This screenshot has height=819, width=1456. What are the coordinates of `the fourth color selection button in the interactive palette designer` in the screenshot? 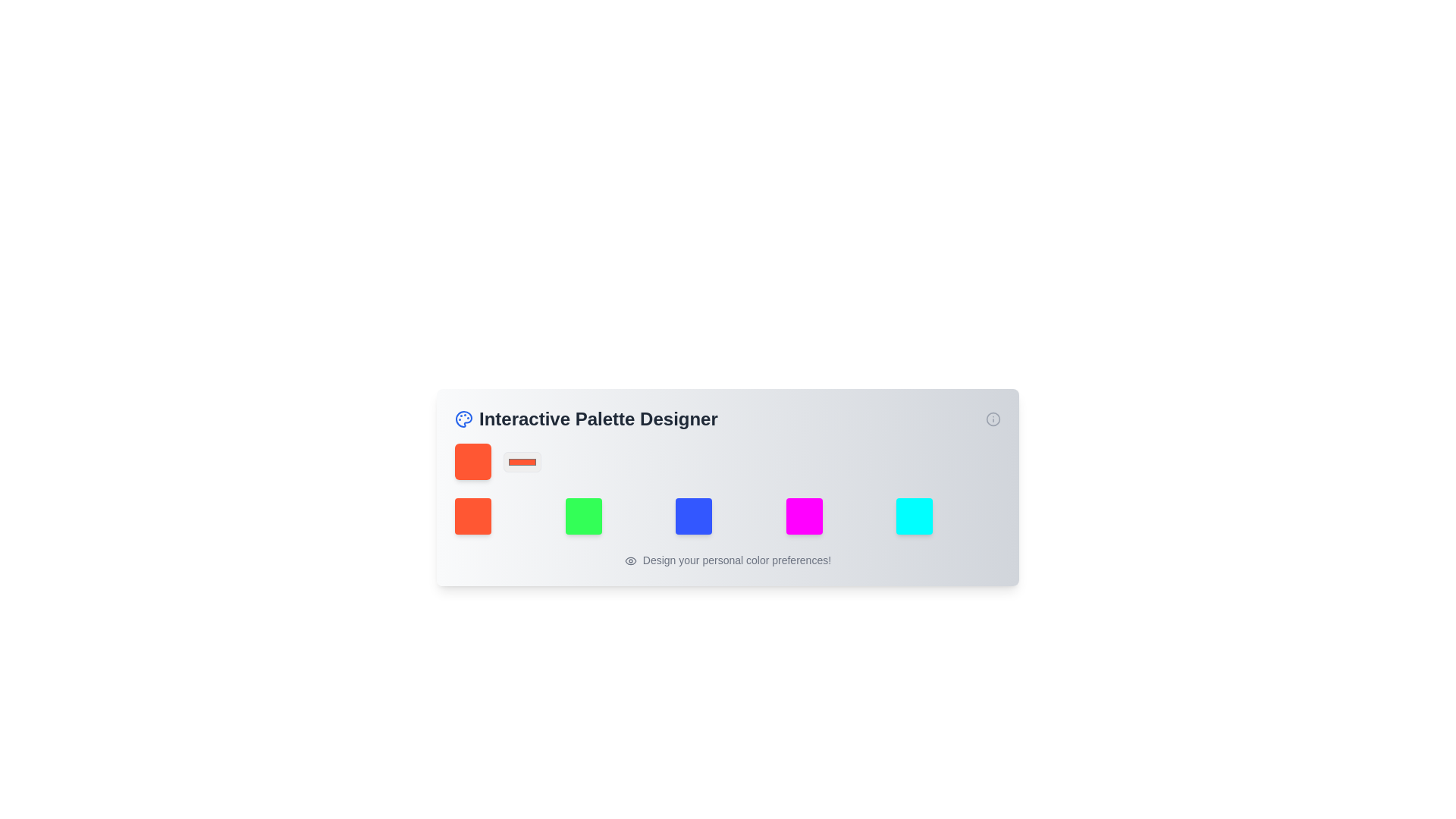 It's located at (803, 516).